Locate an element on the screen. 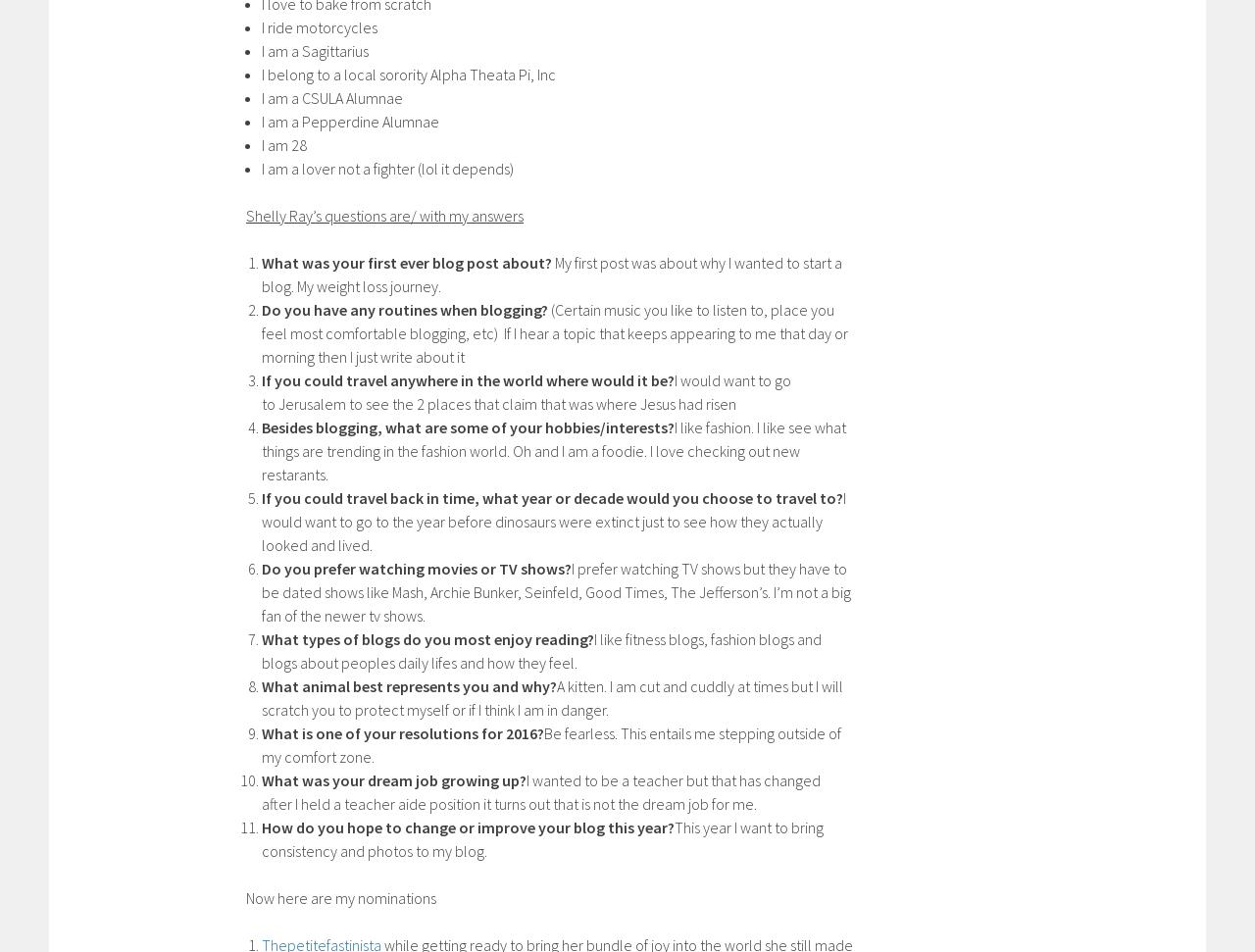  'Now here are my nominations' is located at coordinates (245, 896).